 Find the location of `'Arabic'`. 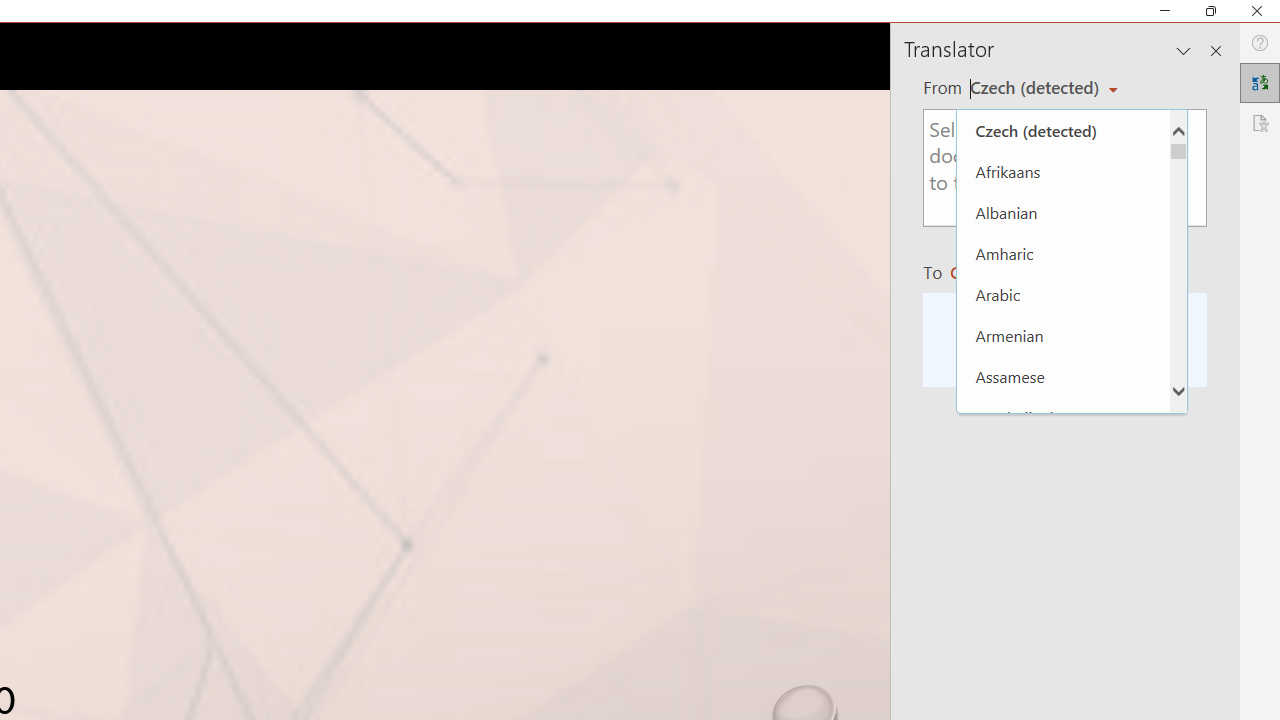

'Arabic' is located at coordinates (1062, 294).